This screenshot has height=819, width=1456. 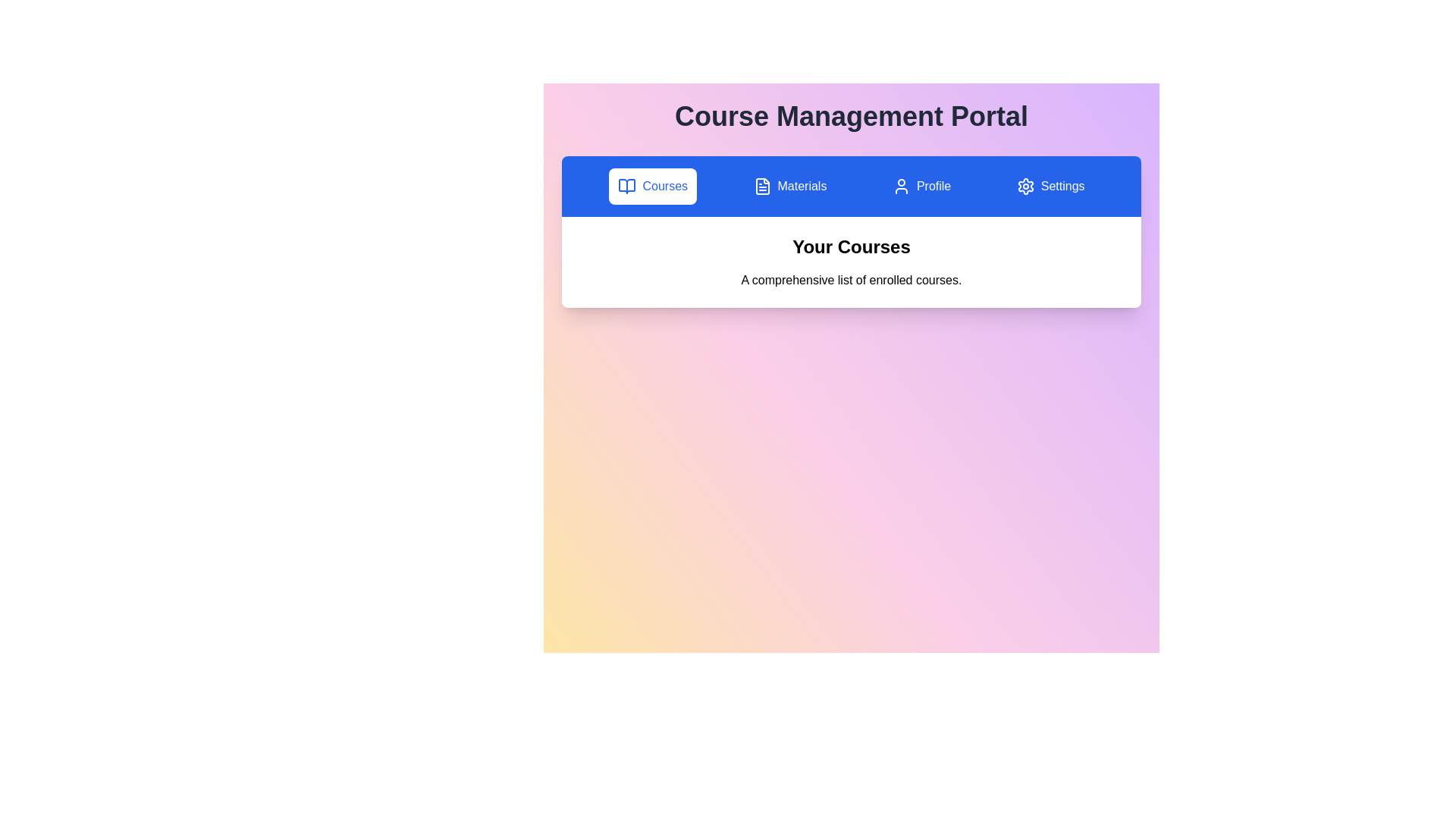 What do you see at coordinates (627, 186) in the screenshot?
I see `the 'Courses' button, which is represented by an icon resembling an open book, located in the top navigation bar of the interface` at bounding box center [627, 186].